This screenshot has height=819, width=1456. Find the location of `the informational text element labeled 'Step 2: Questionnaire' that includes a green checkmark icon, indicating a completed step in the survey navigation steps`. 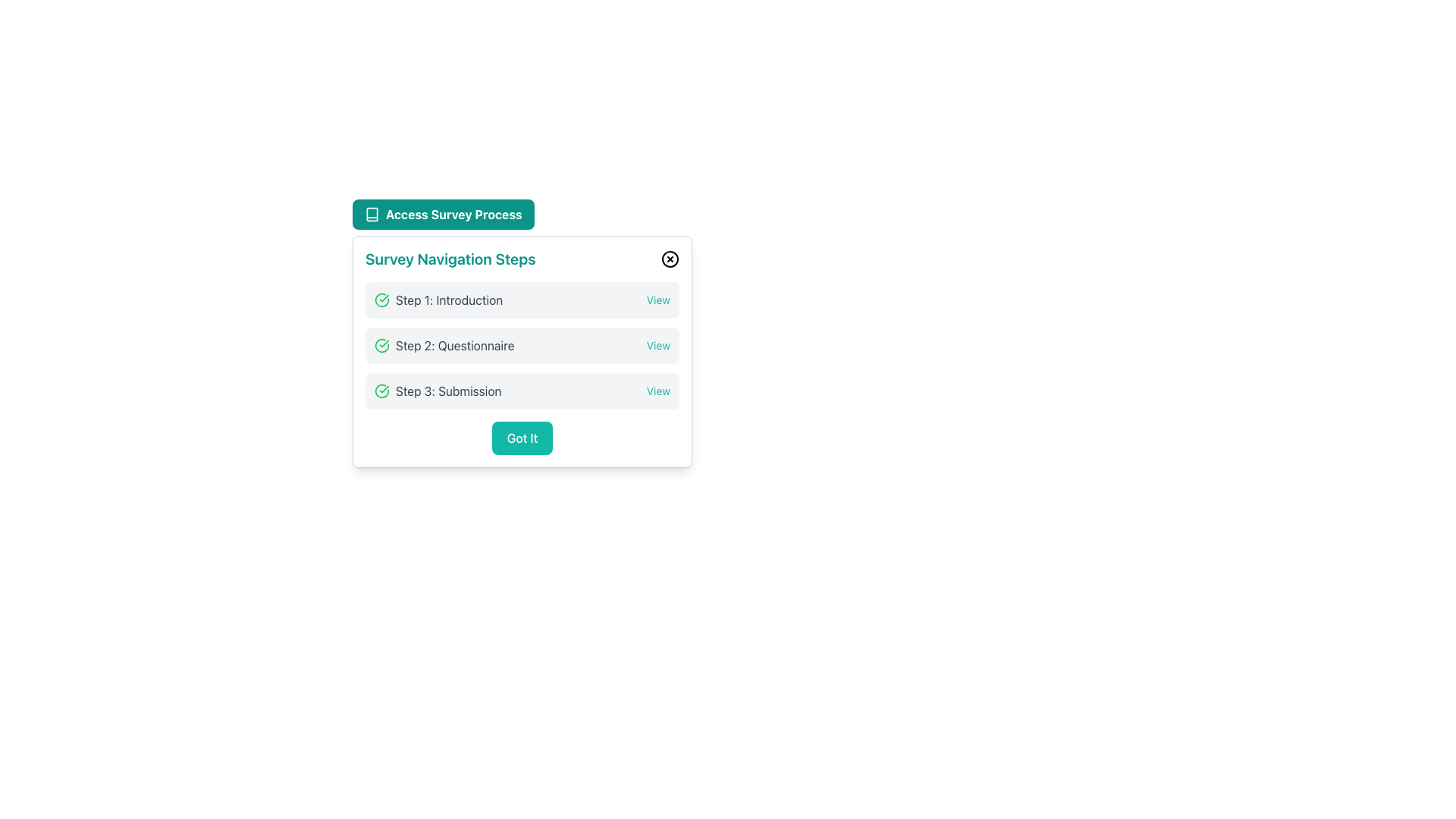

the informational text element labeled 'Step 2: Questionnaire' that includes a green checkmark icon, indicating a completed step in the survey navigation steps is located at coordinates (444, 345).